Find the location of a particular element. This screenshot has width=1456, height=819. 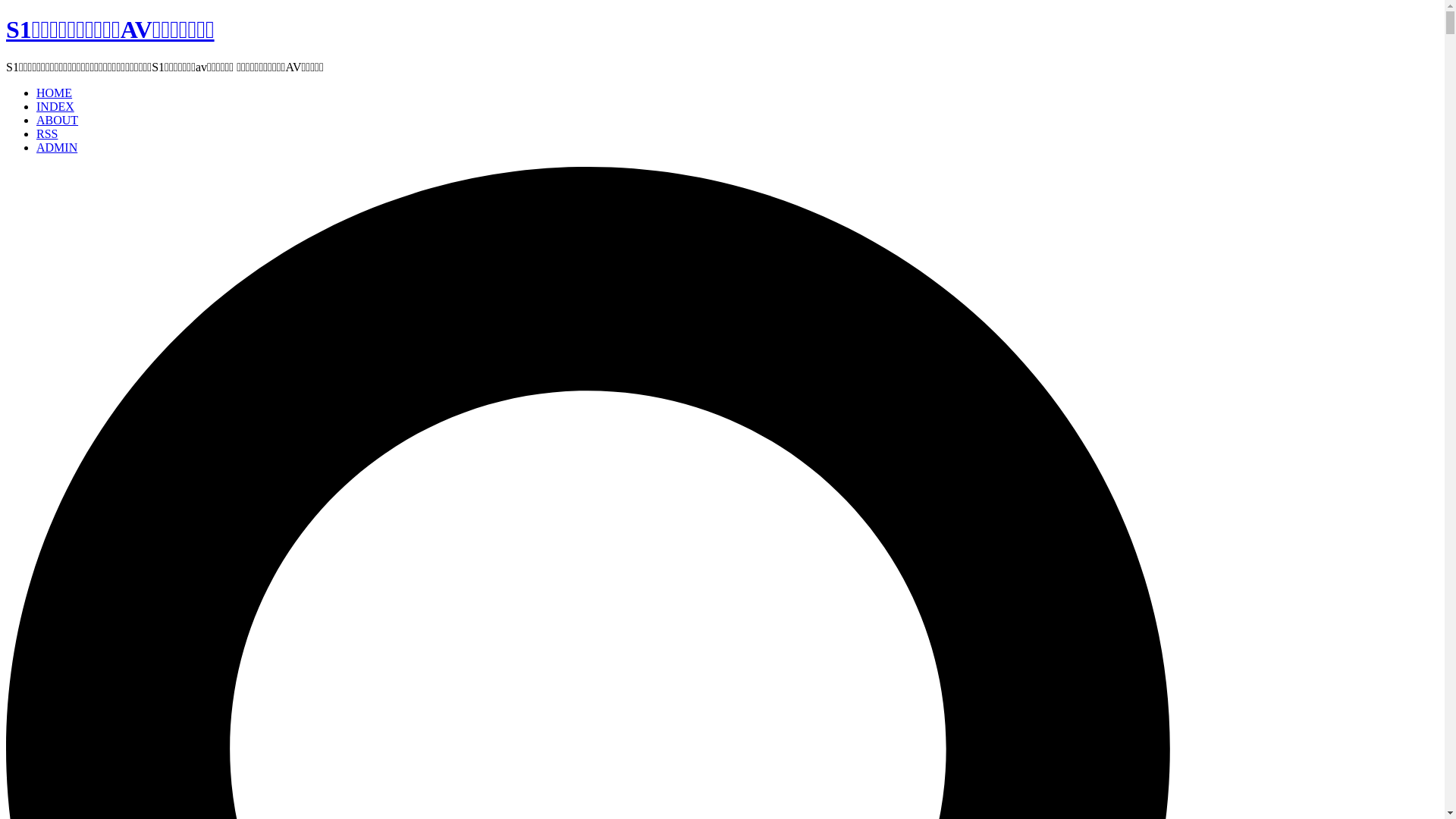

'ADMIN' is located at coordinates (57, 147).